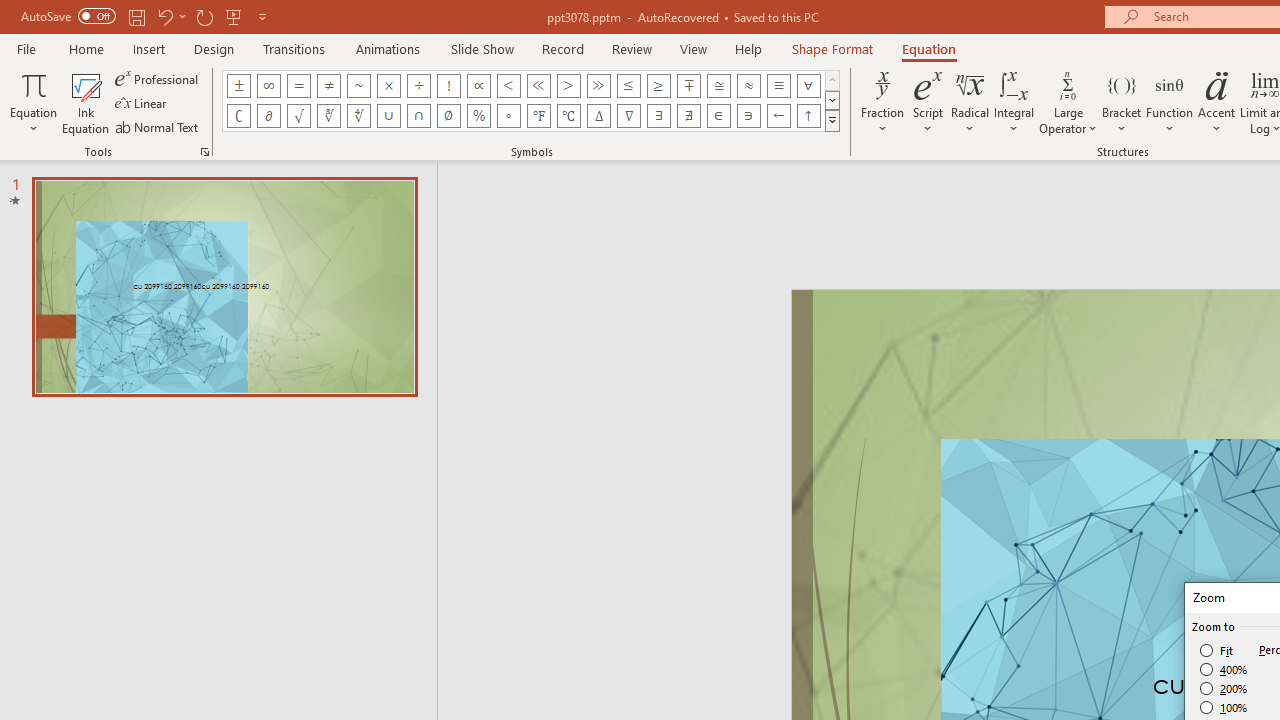 The width and height of the screenshot is (1280, 720). Describe the element at coordinates (659, 85) in the screenshot. I see `'Equation Symbol Greater Than or Equal To'` at that location.